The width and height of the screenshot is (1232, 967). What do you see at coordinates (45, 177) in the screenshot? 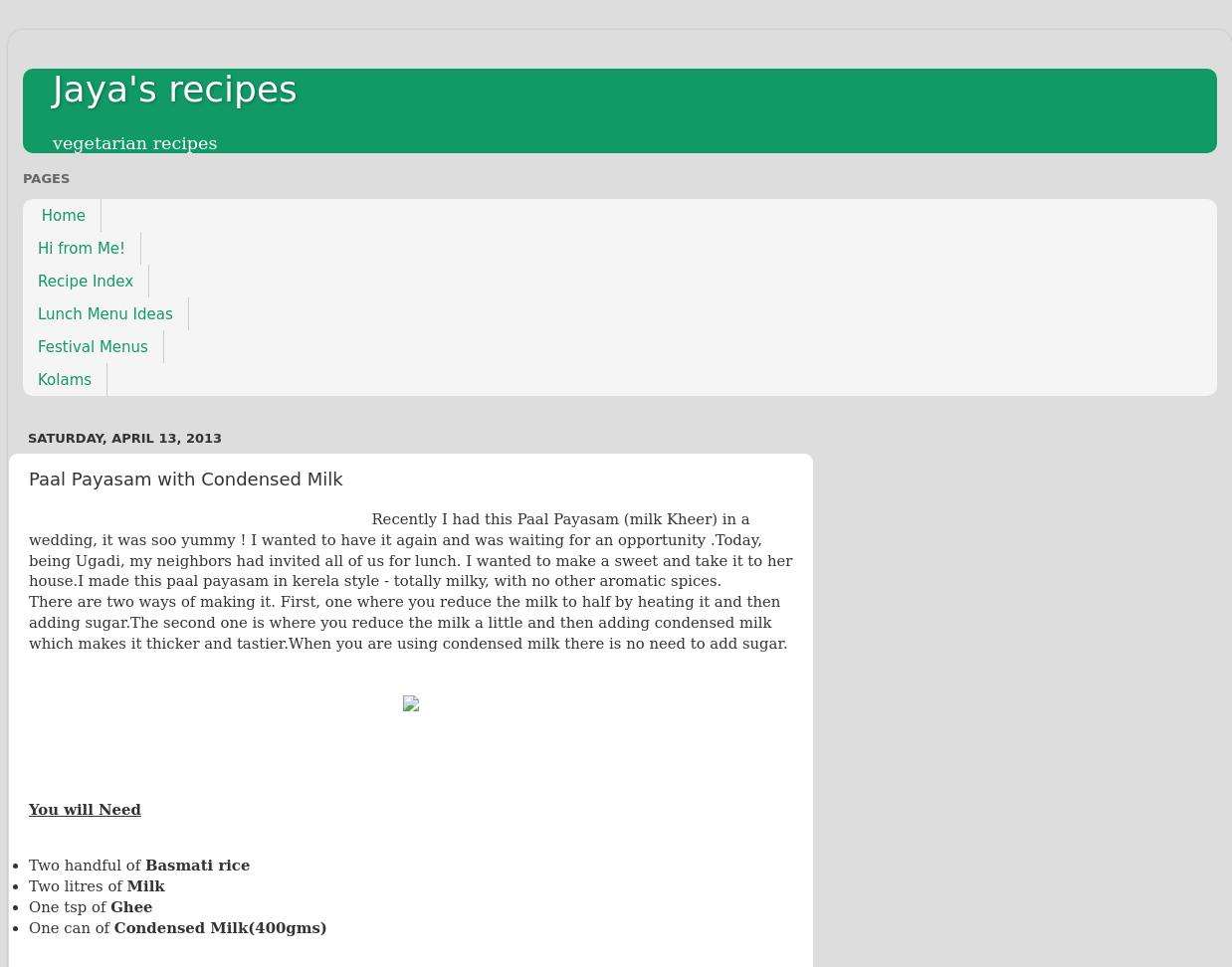
I see `'Pages'` at bounding box center [45, 177].